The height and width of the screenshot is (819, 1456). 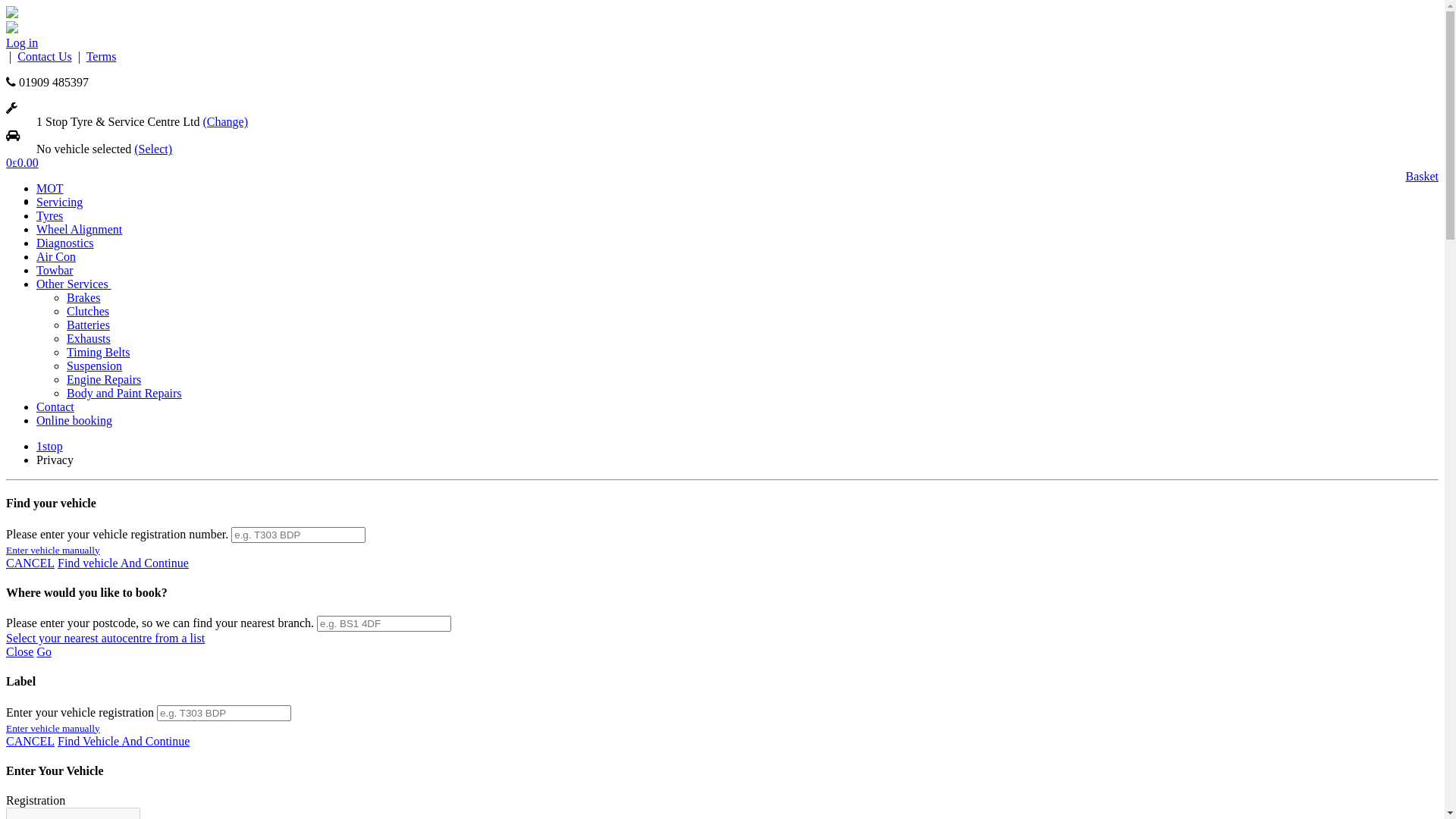 I want to click on 'Suspension', so click(x=93, y=366).